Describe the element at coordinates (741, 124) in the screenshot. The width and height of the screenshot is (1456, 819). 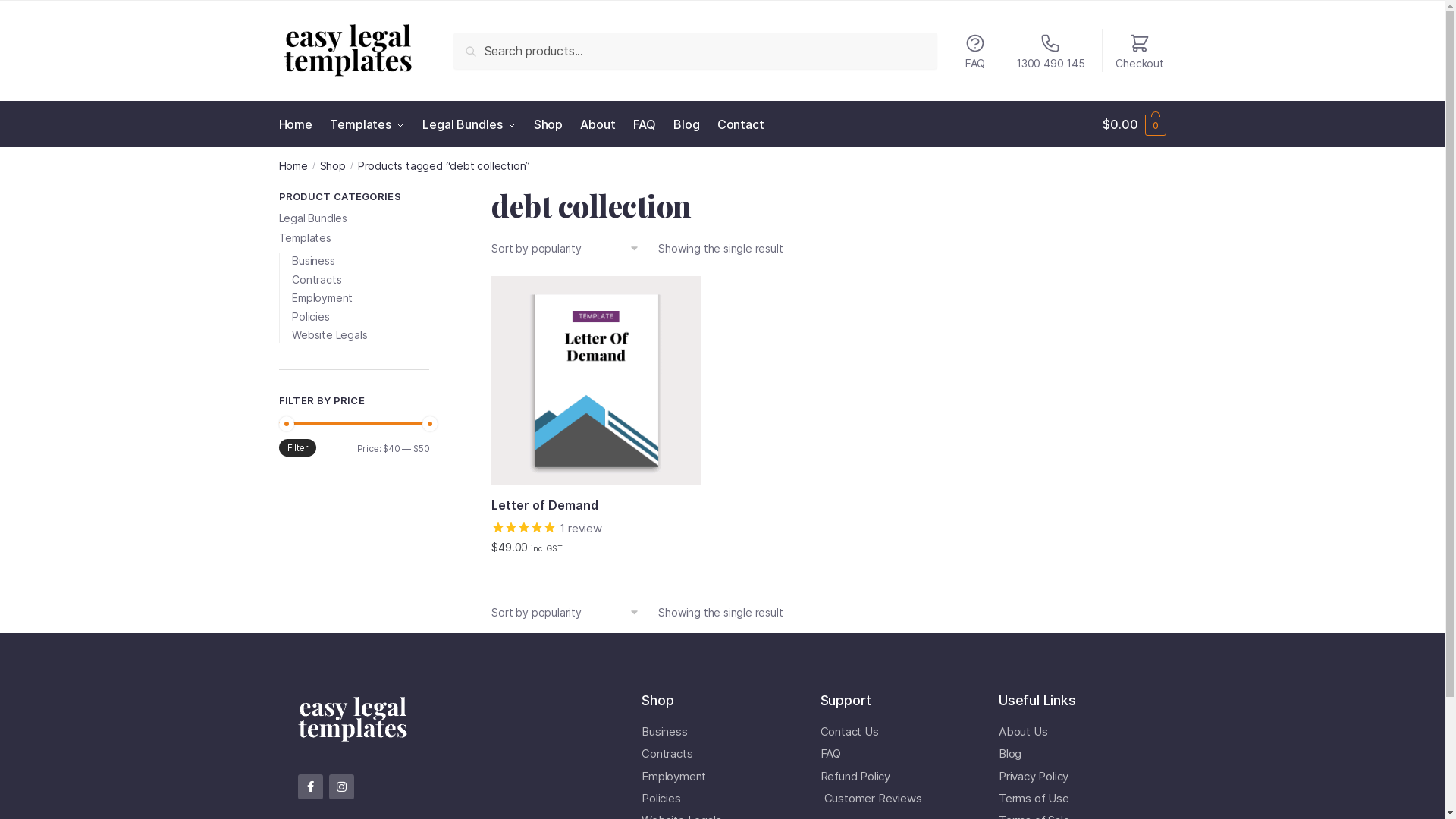
I see `'Contact'` at that location.